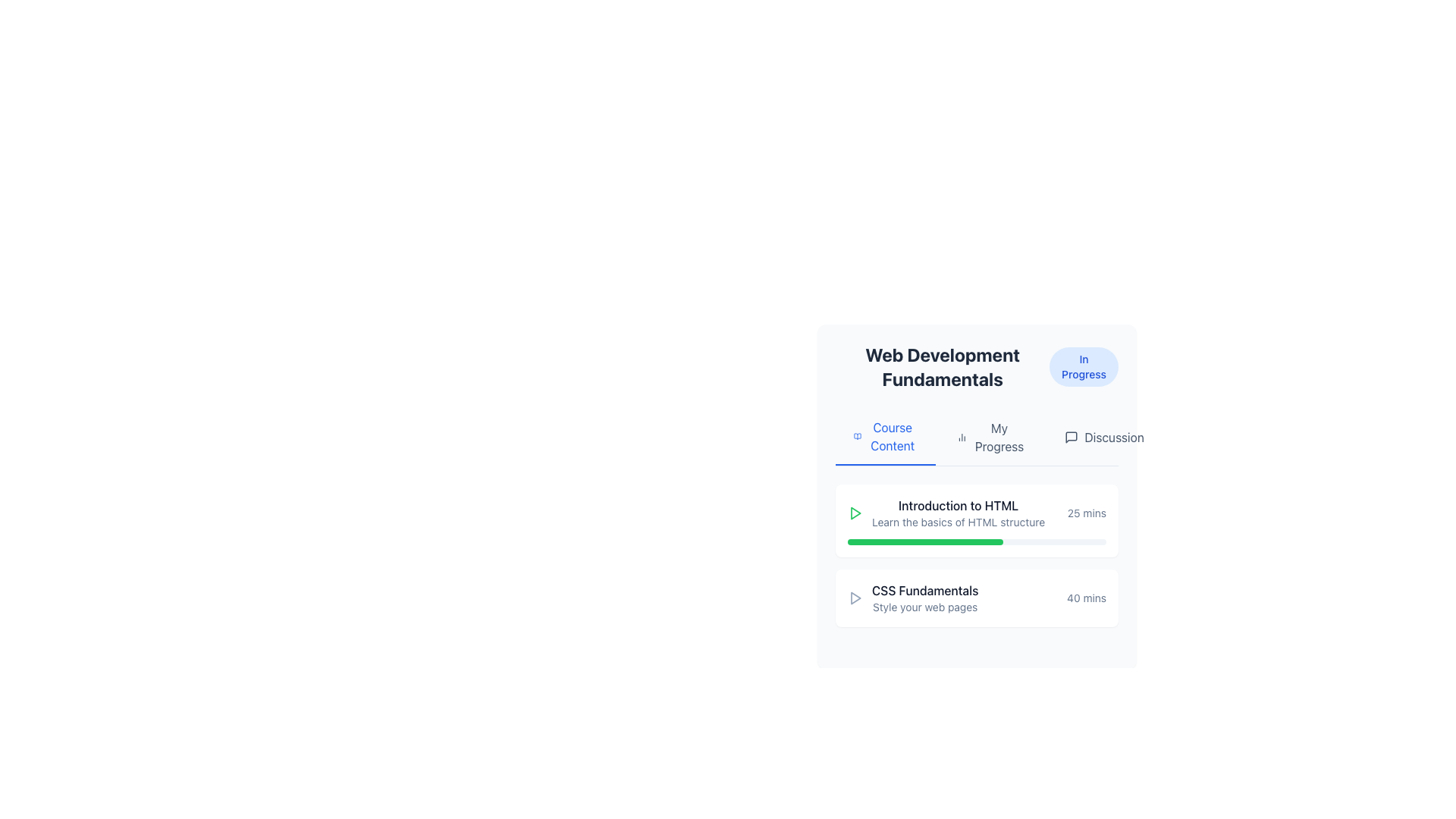  Describe the element at coordinates (955, 541) in the screenshot. I see `progress bar completion` at that location.